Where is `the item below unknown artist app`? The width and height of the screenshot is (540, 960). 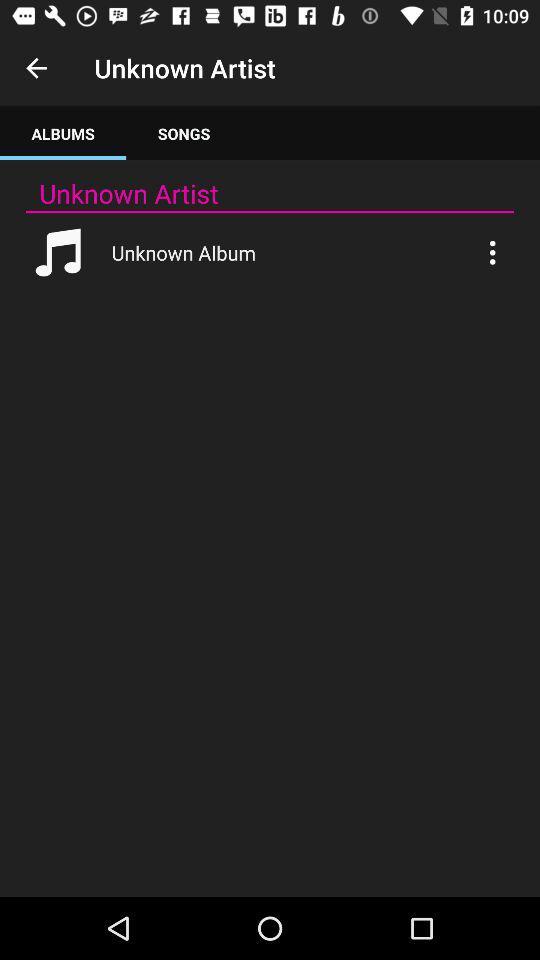
the item below unknown artist app is located at coordinates (270, 212).